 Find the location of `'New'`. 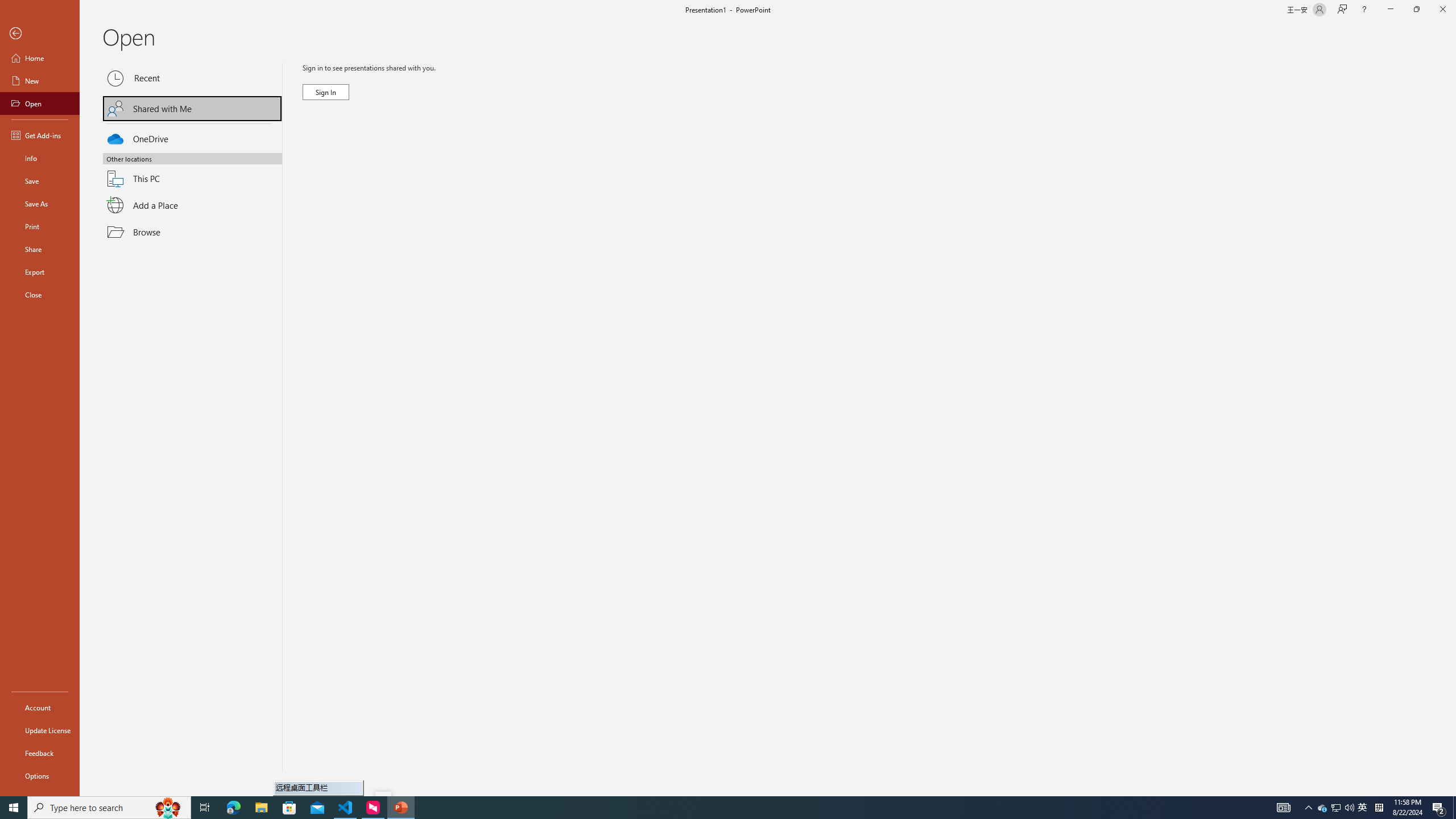

'New' is located at coordinates (39, 80).